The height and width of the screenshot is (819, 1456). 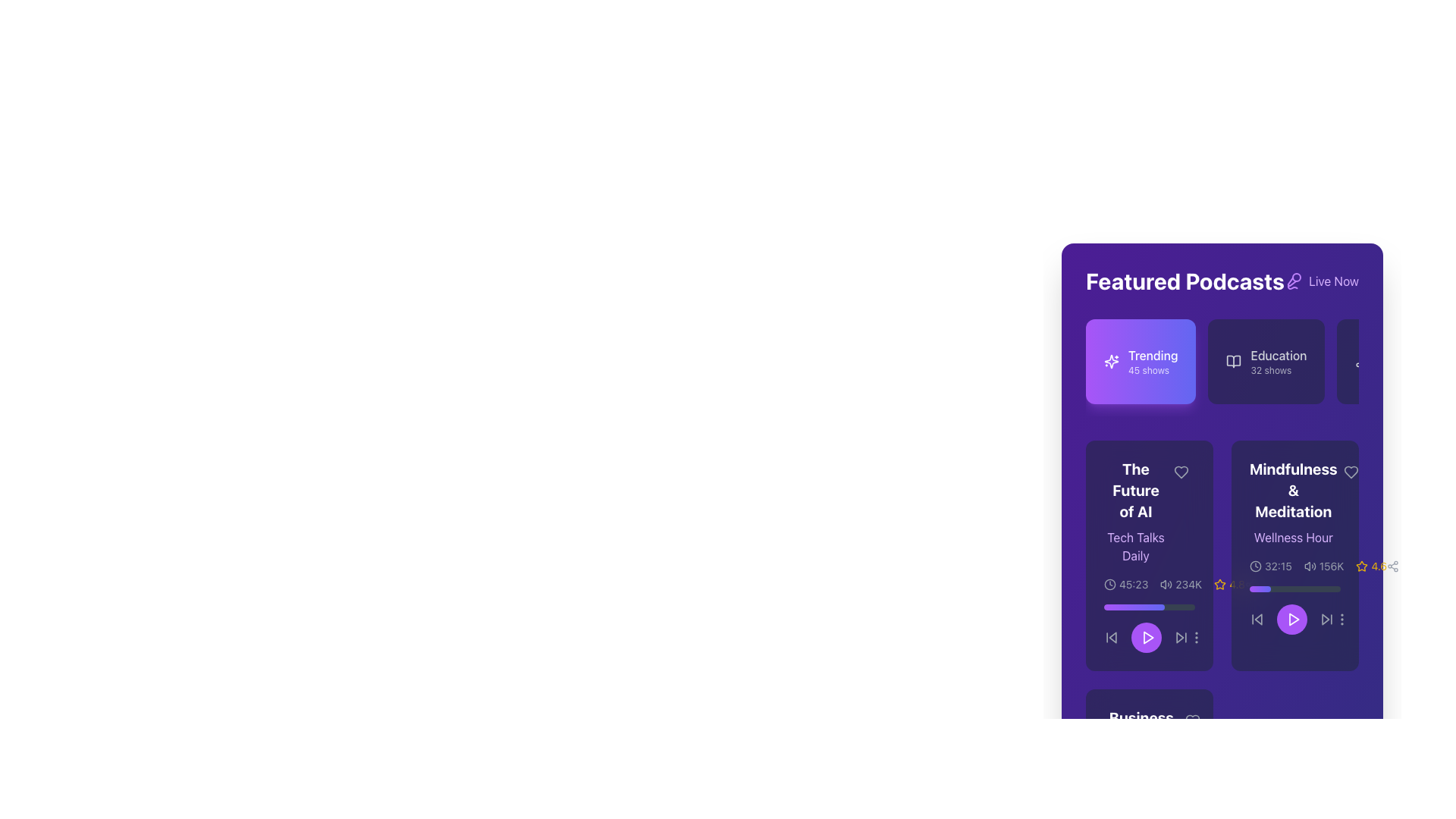 What do you see at coordinates (1188, 584) in the screenshot?
I see `displayed numerical value on the Text label located to the right of the audio icon within the metadata grouping below 'The Future of AI' podcast card` at bounding box center [1188, 584].